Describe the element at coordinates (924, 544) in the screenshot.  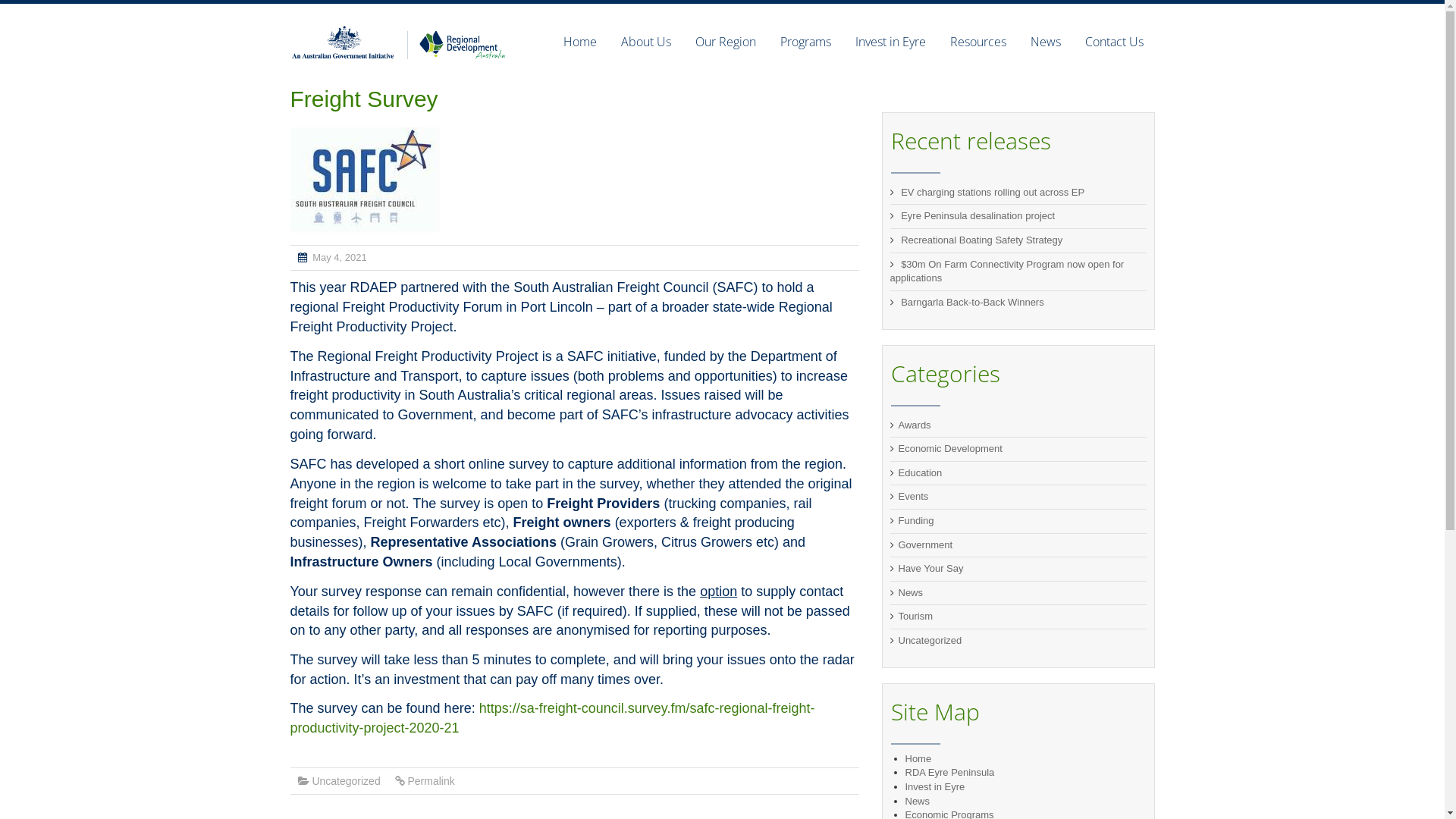
I see `'Government'` at that location.